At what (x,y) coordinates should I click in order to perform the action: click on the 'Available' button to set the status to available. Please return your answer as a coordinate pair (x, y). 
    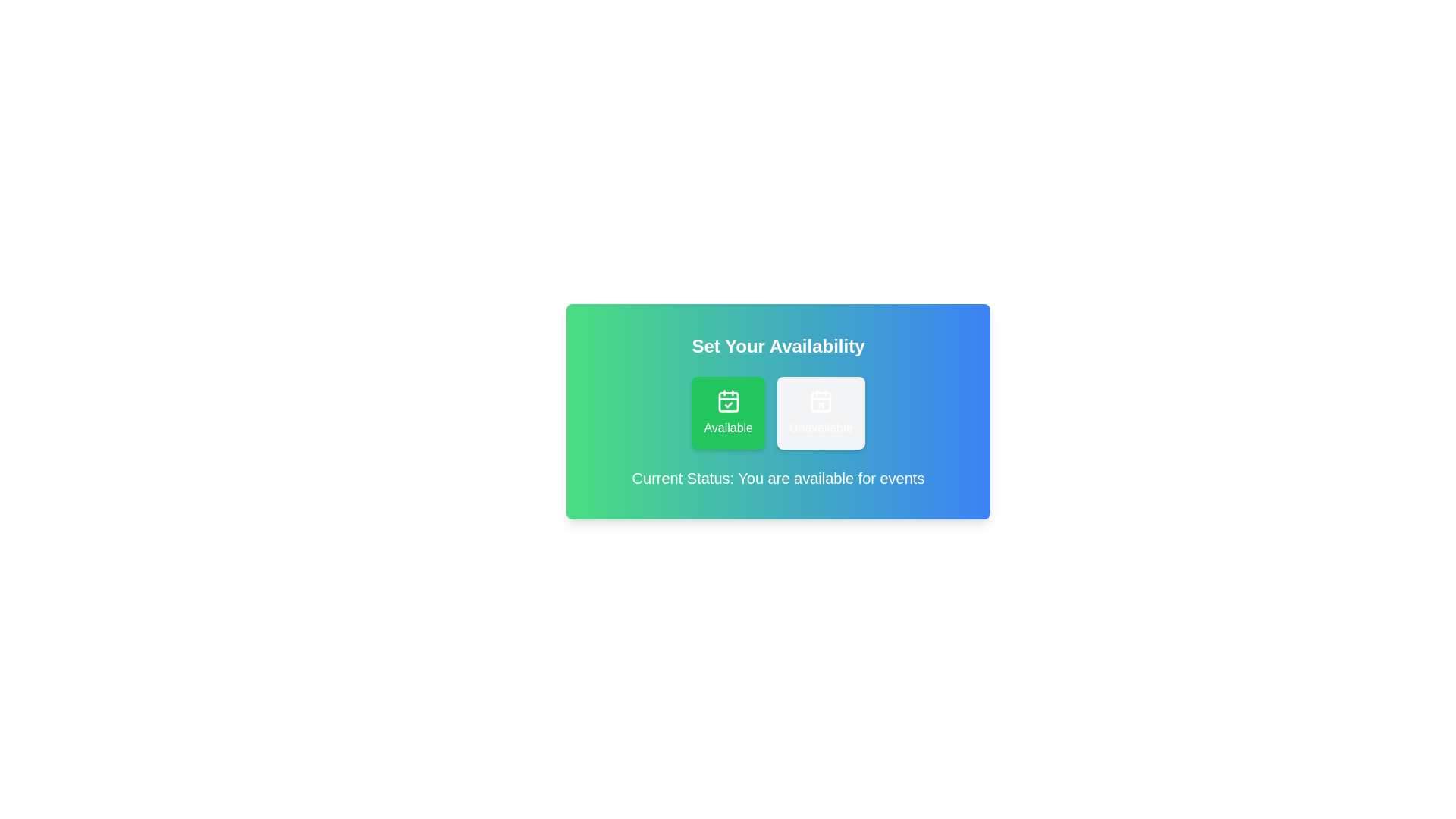
    Looking at the image, I should click on (728, 413).